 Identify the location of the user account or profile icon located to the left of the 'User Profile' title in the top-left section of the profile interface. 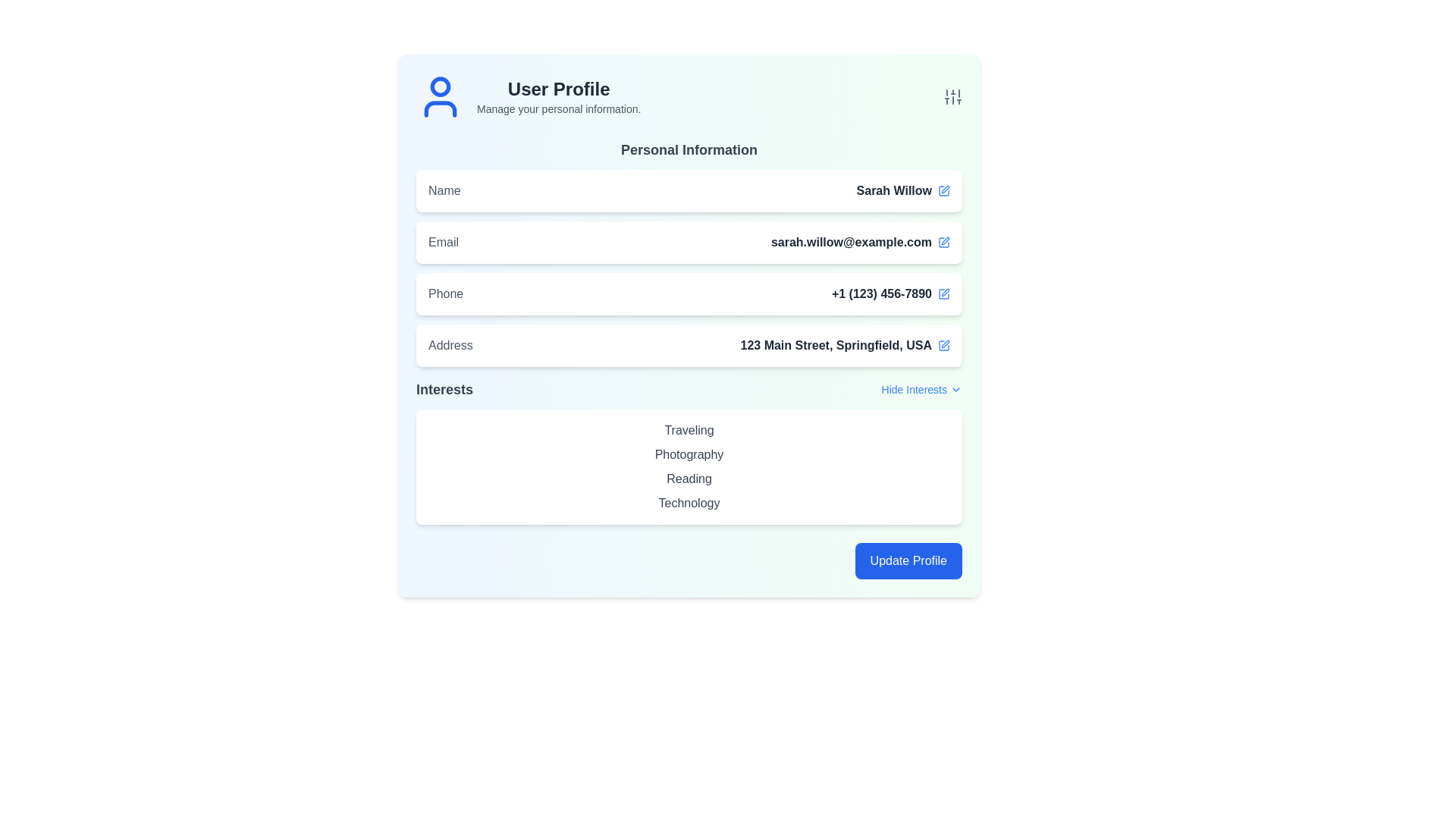
(439, 96).